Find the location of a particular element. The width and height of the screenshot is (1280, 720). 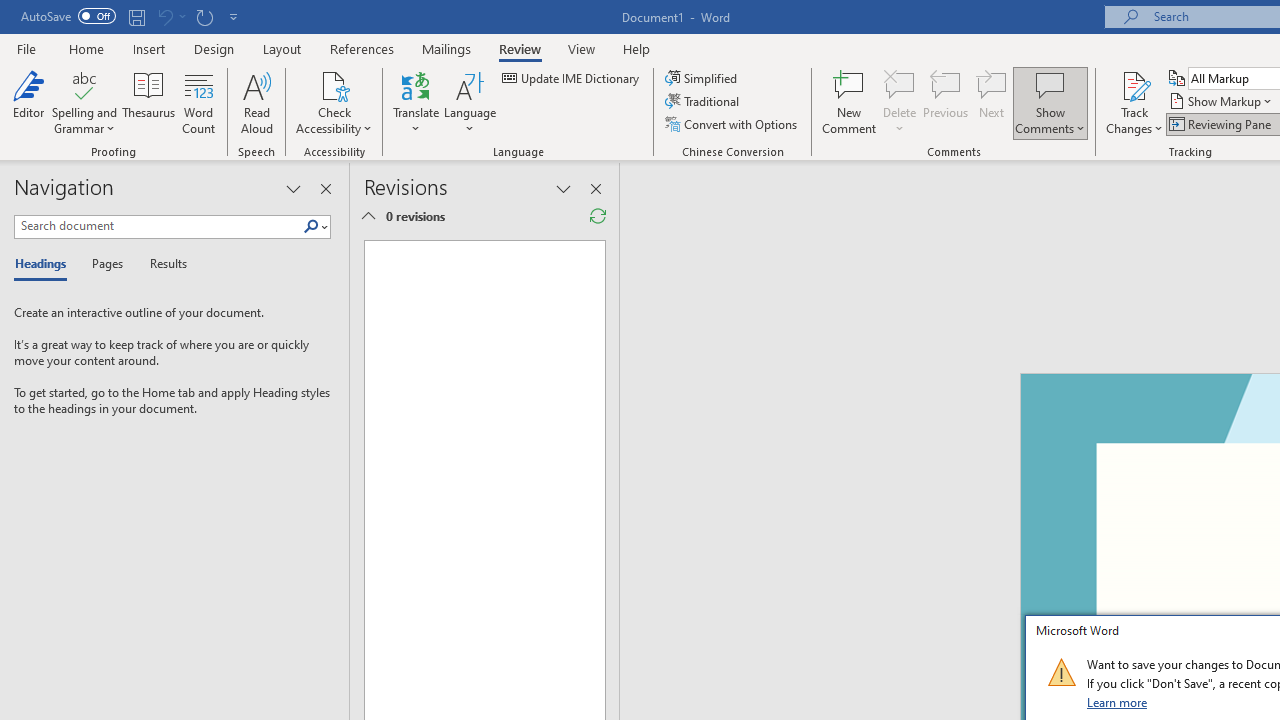

'Track Changes' is located at coordinates (1134, 103).